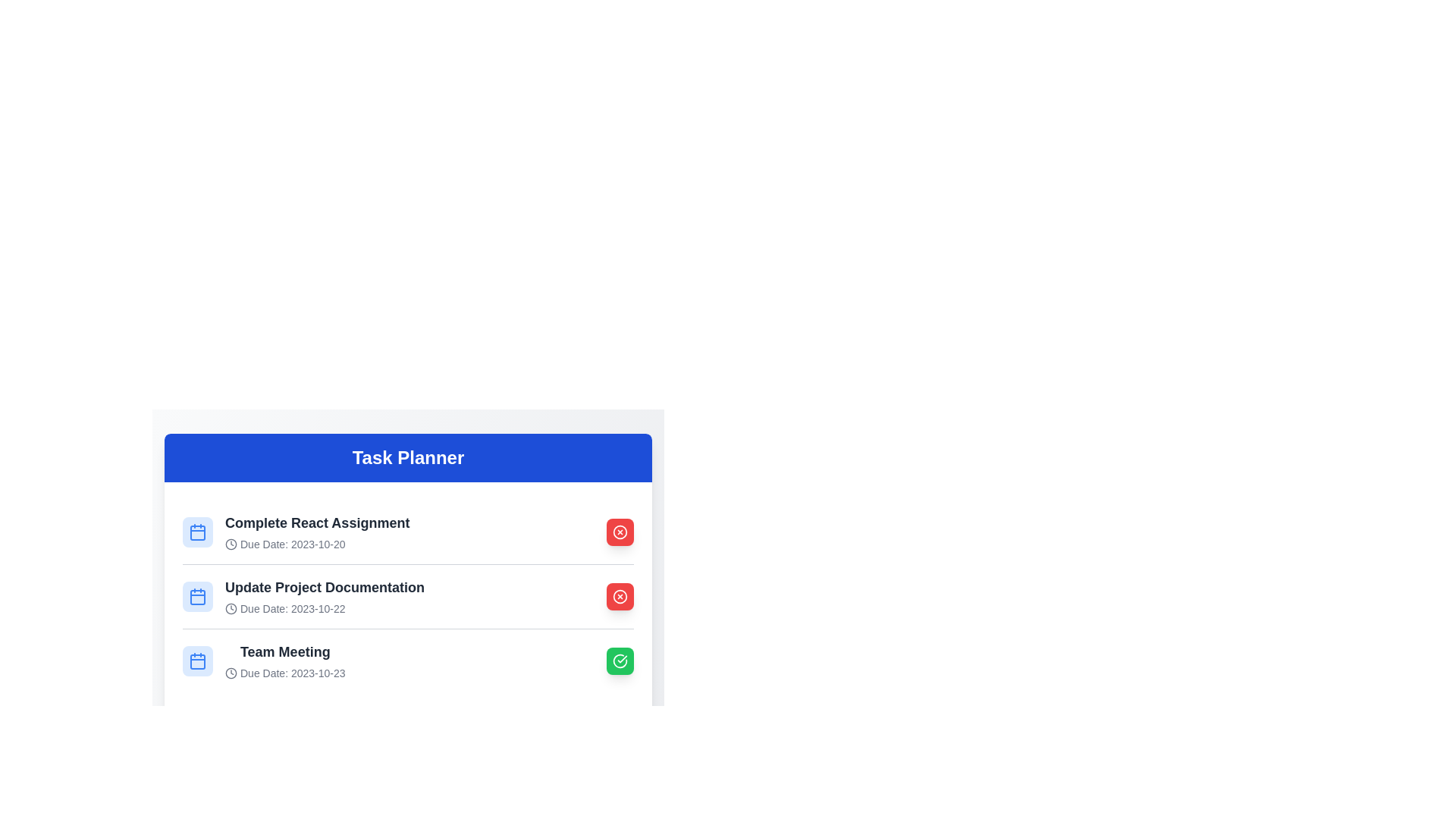 The height and width of the screenshot is (819, 1456). I want to click on text of the Heading or Task Title located at the top of the Task Planner panel, which provides an overview of the task, so click(316, 522).